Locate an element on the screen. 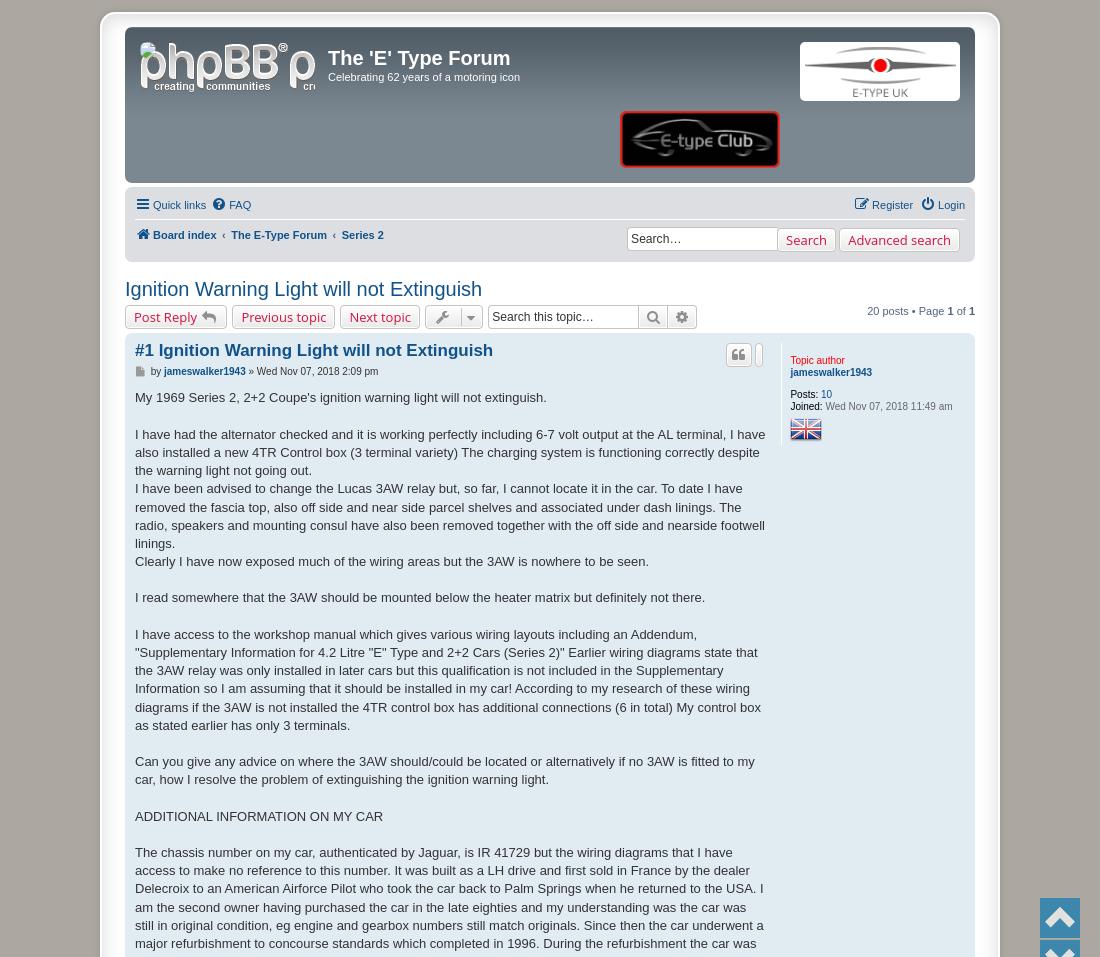  'I have had the alternator checked and it is working perfectly including 6-7 volt output at the AL terminal, I have also installed a new 4TR Control box (3 terminal variety) The charging system is functioning correctly despite the warning light not going out.' is located at coordinates (449, 450).